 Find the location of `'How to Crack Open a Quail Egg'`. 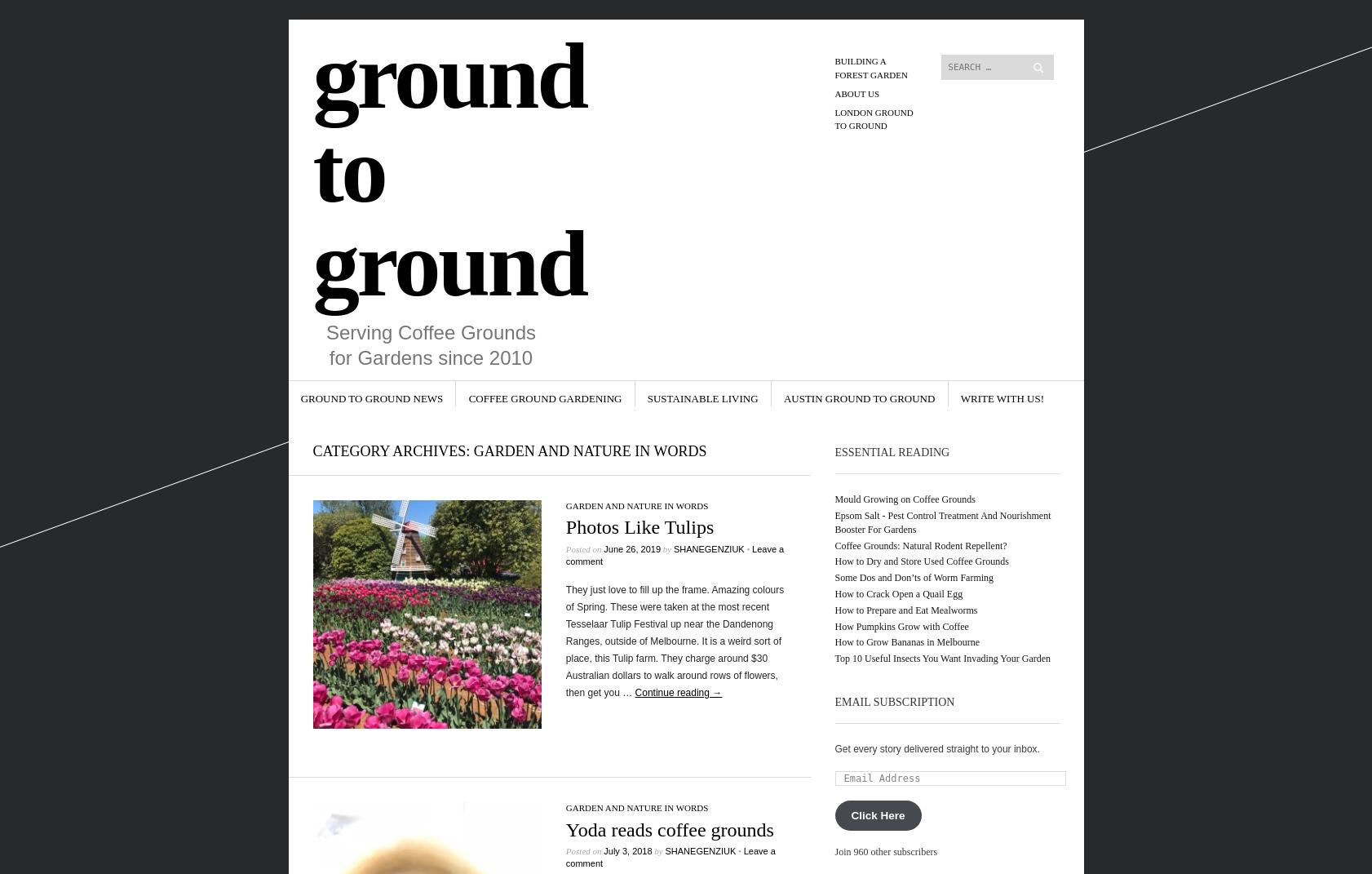

'How to Crack Open a Quail Egg' is located at coordinates (897, 593).